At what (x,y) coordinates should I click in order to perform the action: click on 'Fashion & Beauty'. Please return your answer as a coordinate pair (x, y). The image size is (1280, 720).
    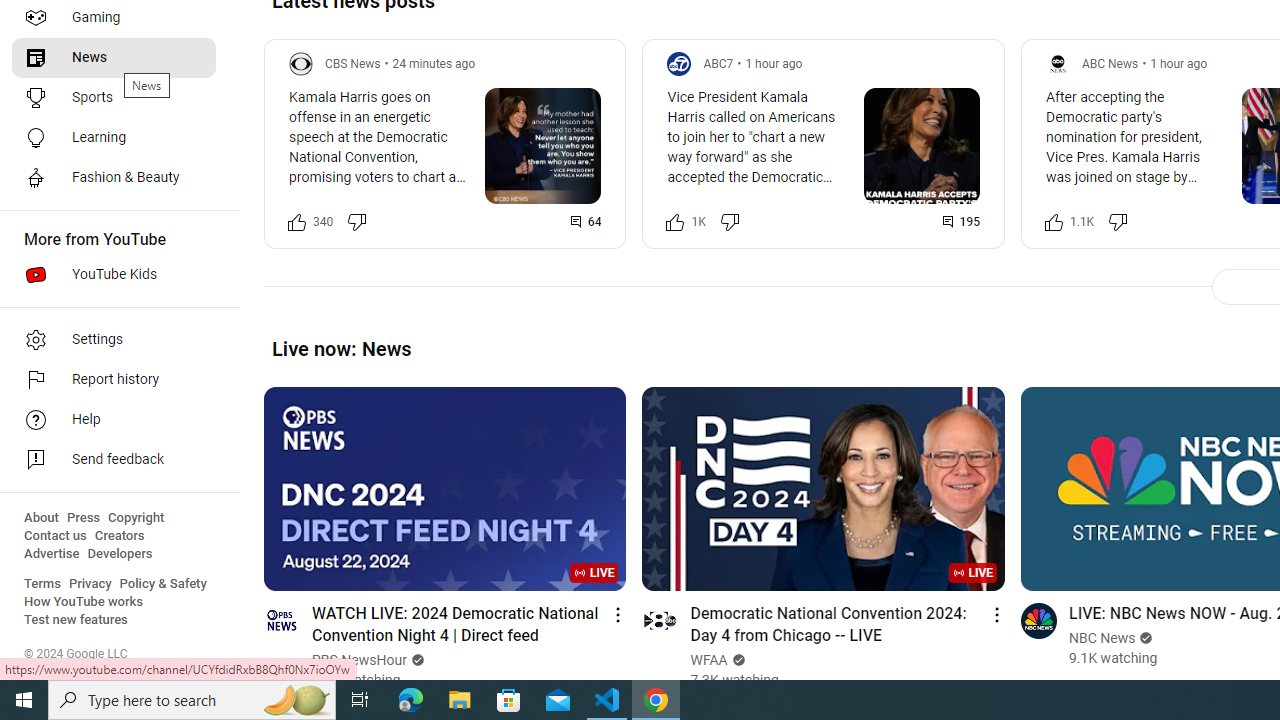
    Looking at the image, I should click on (112, 176).